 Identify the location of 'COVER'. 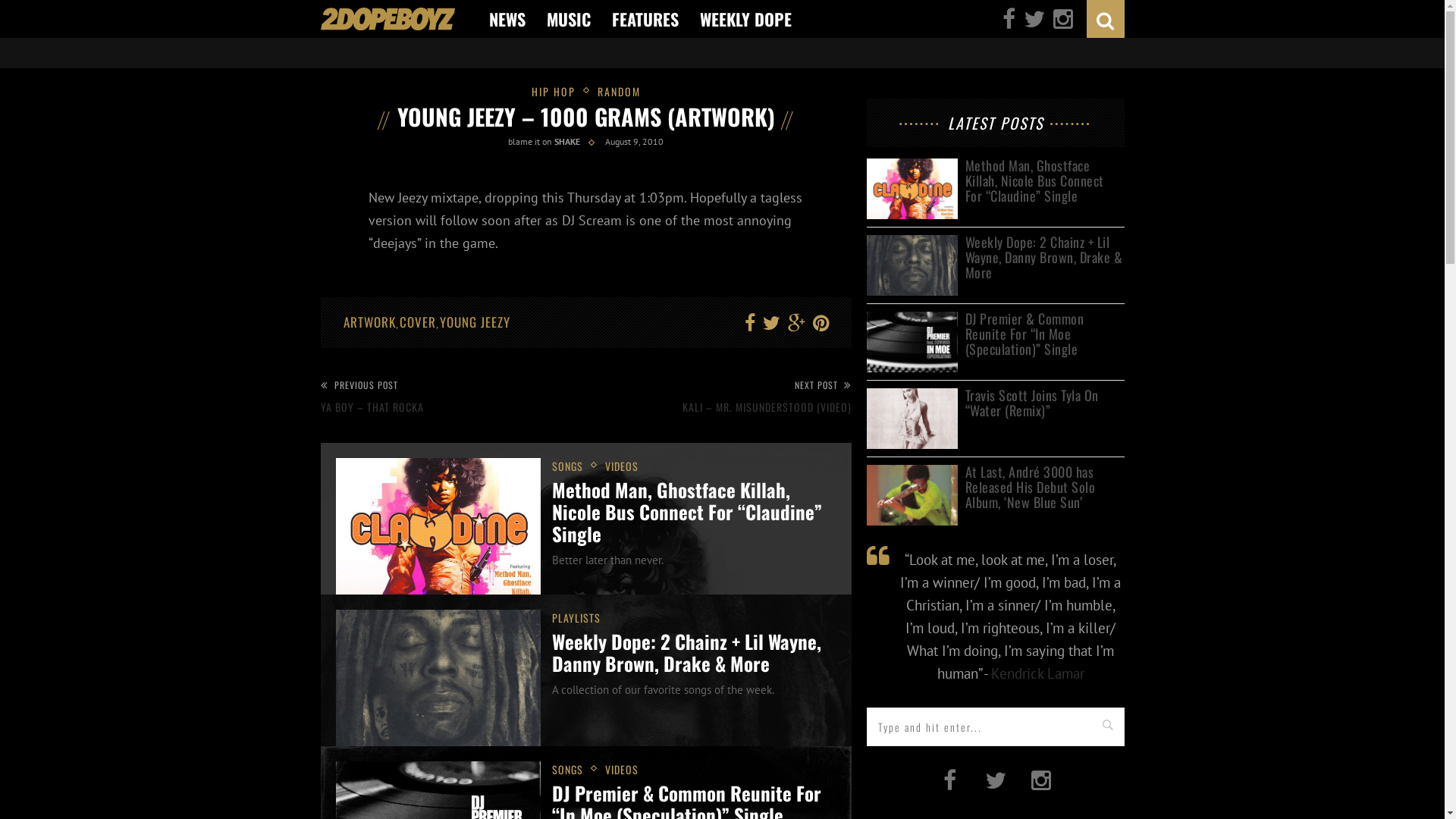
(399, 321).